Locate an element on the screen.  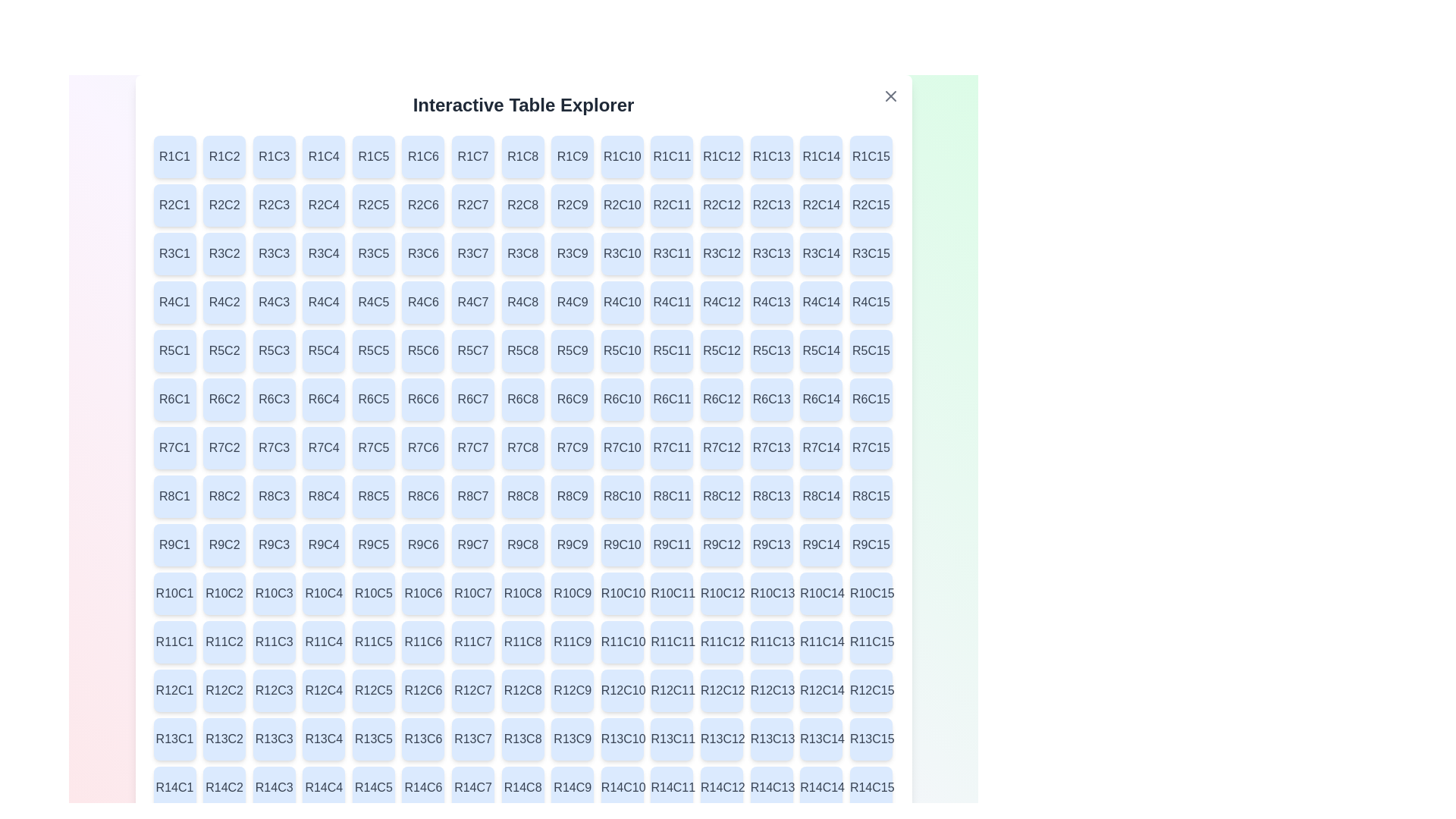
'X' button located at the top-right corner of the dialog to close it is located at coordinates (890, 96).